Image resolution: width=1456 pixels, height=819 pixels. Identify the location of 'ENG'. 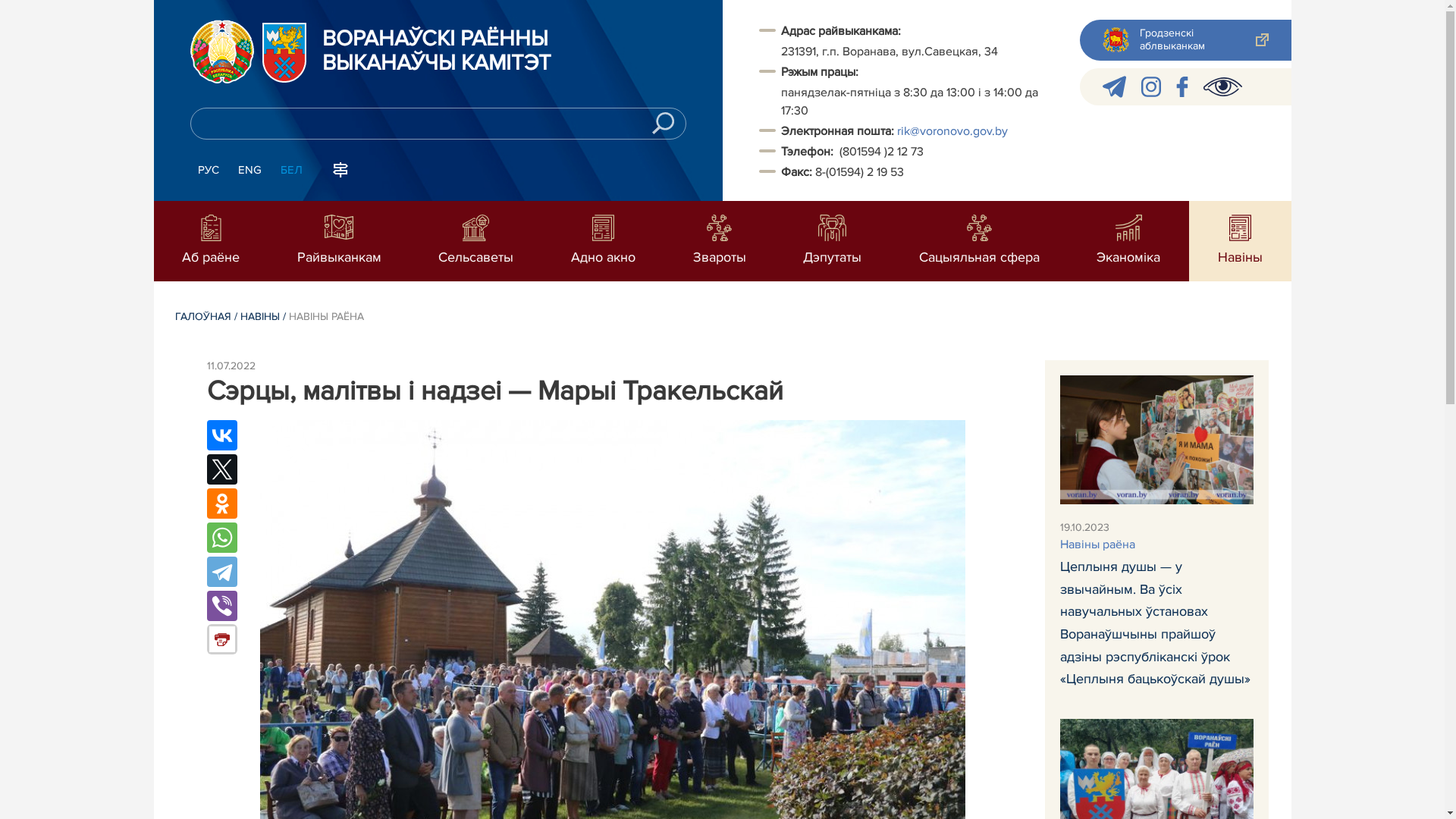
(249, 170).